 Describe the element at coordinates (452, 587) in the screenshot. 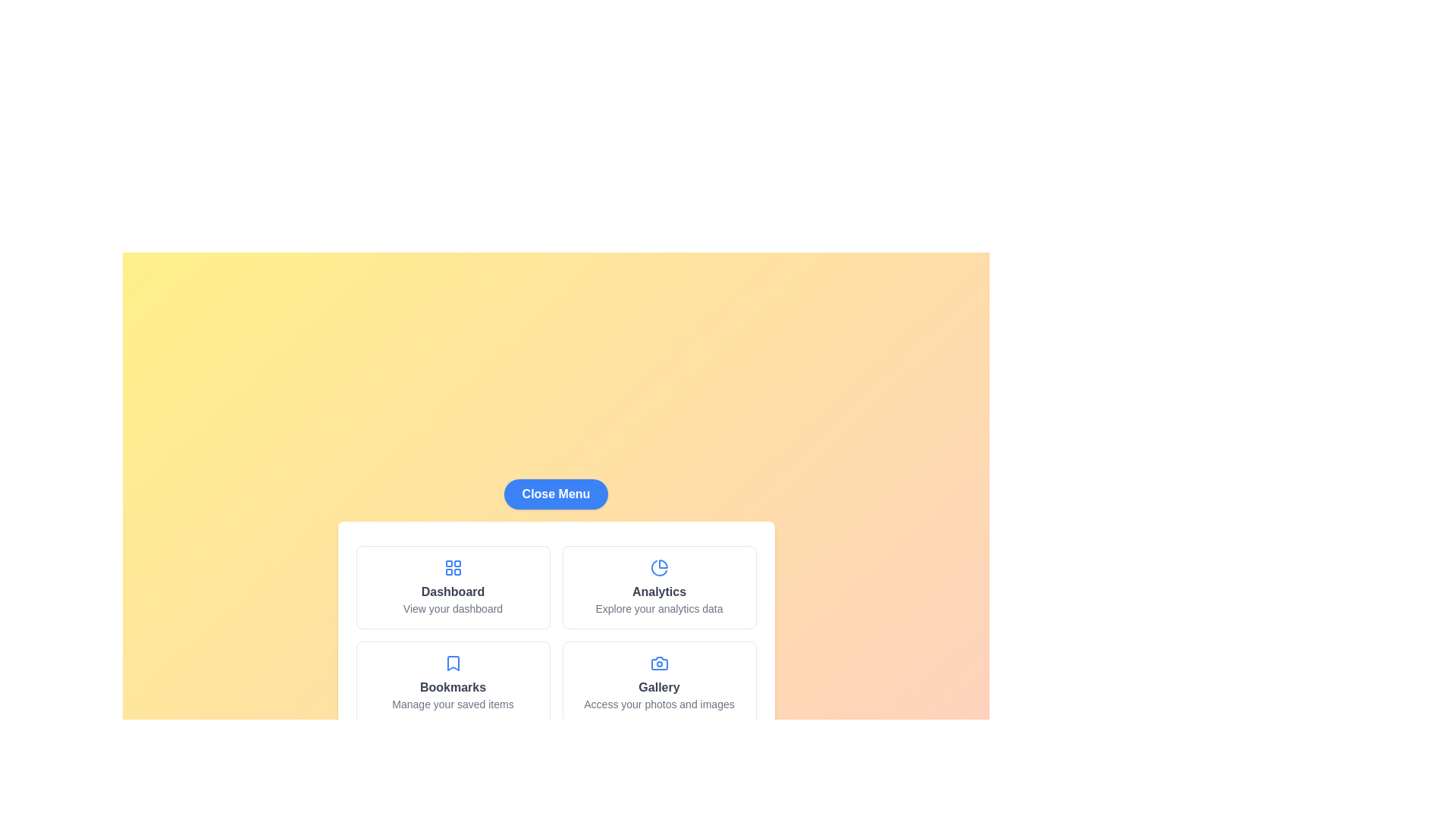

I see `the menu item Dashboard` at that location.